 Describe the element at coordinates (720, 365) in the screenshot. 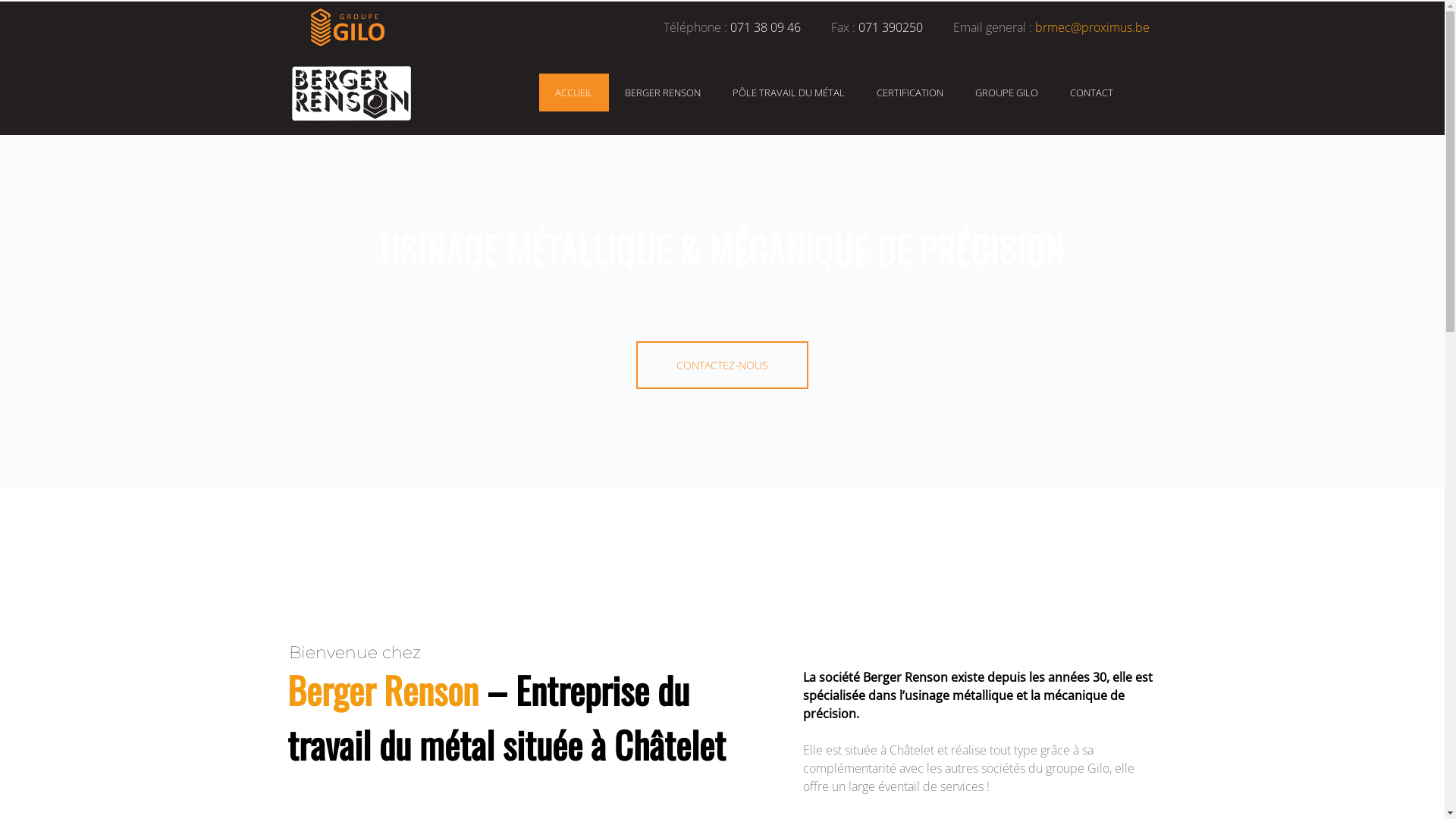

I see `'CONTACTEZ-NOUS'` at that location.